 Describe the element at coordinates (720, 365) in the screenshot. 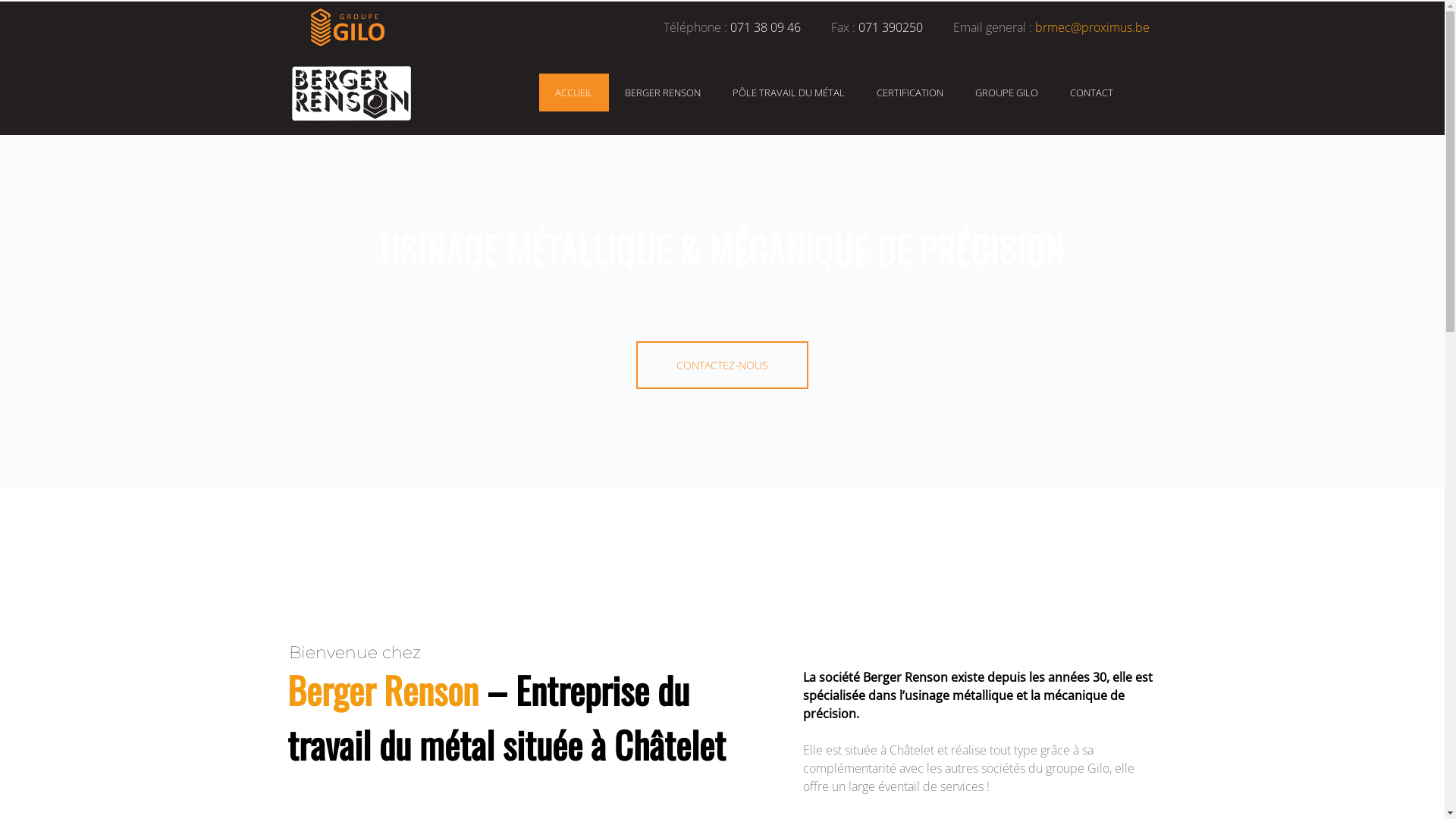

I see `'CONTACTEZ-NOUS'` at that location.